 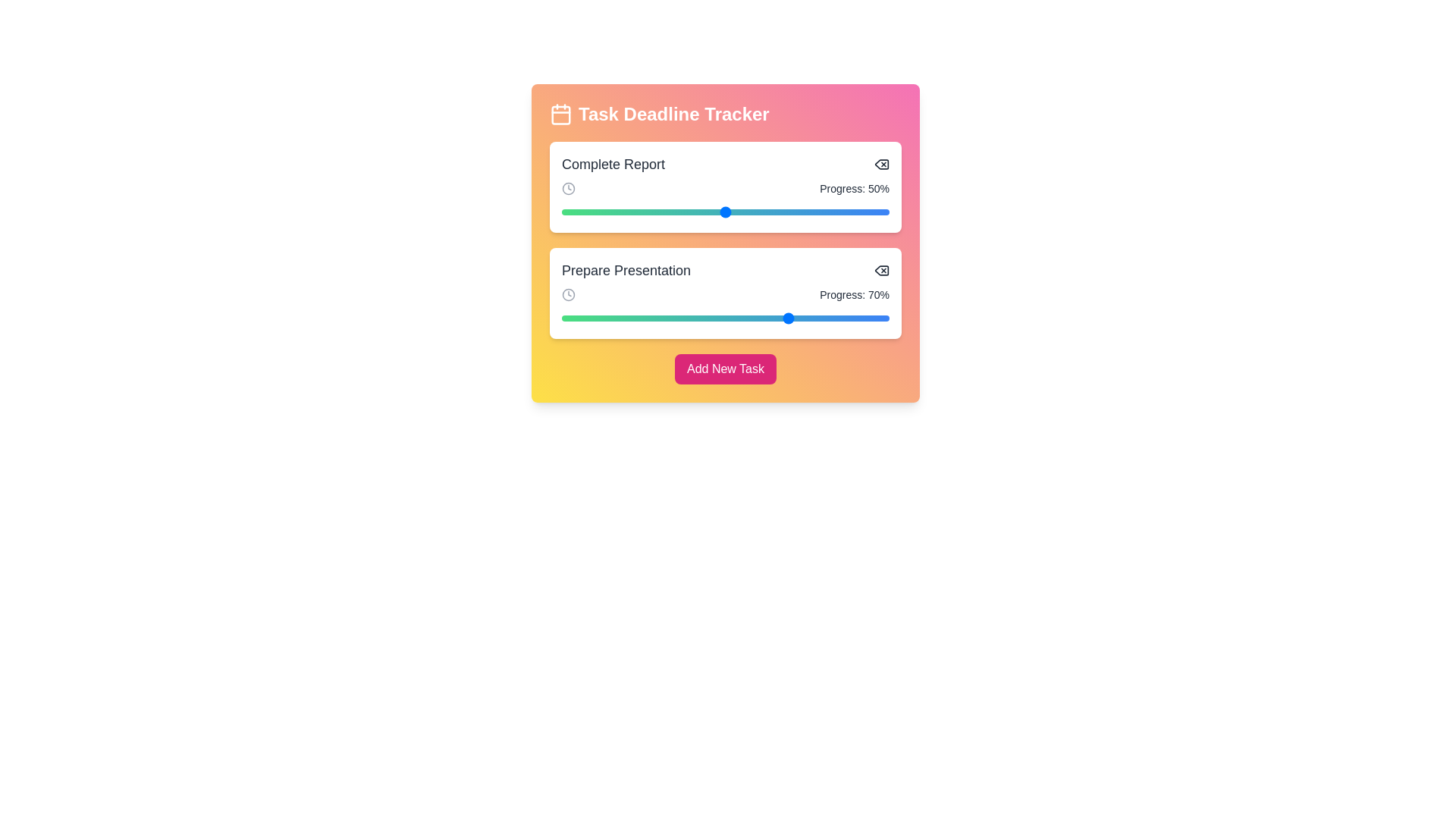 I want to click on the slider for a task to set its progress to 55%, so click(x=742, y=212).